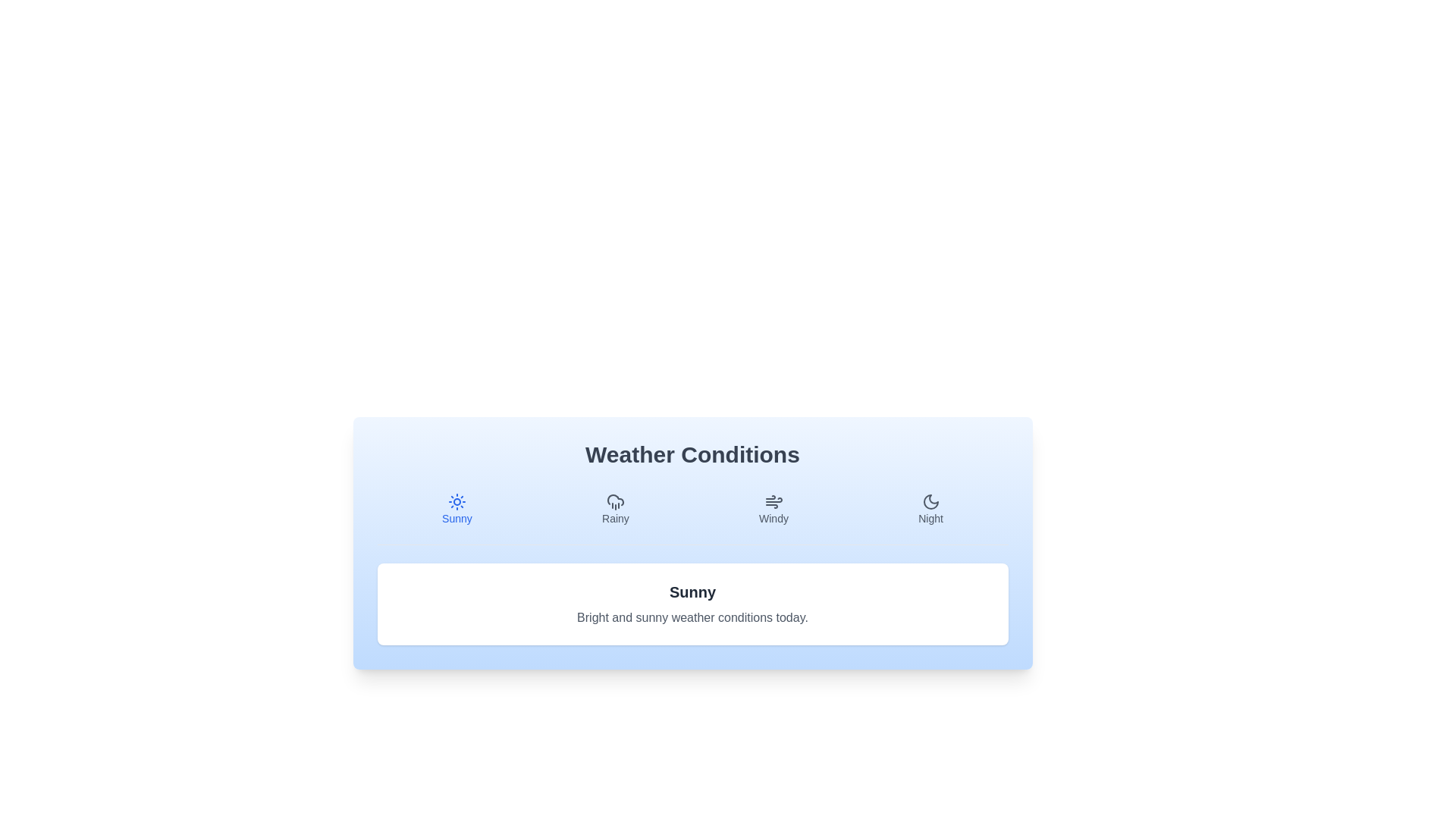  Describe the element at coordinates (615, 509) in the screenshot. I see `the icon and label for Rainy` at that location.